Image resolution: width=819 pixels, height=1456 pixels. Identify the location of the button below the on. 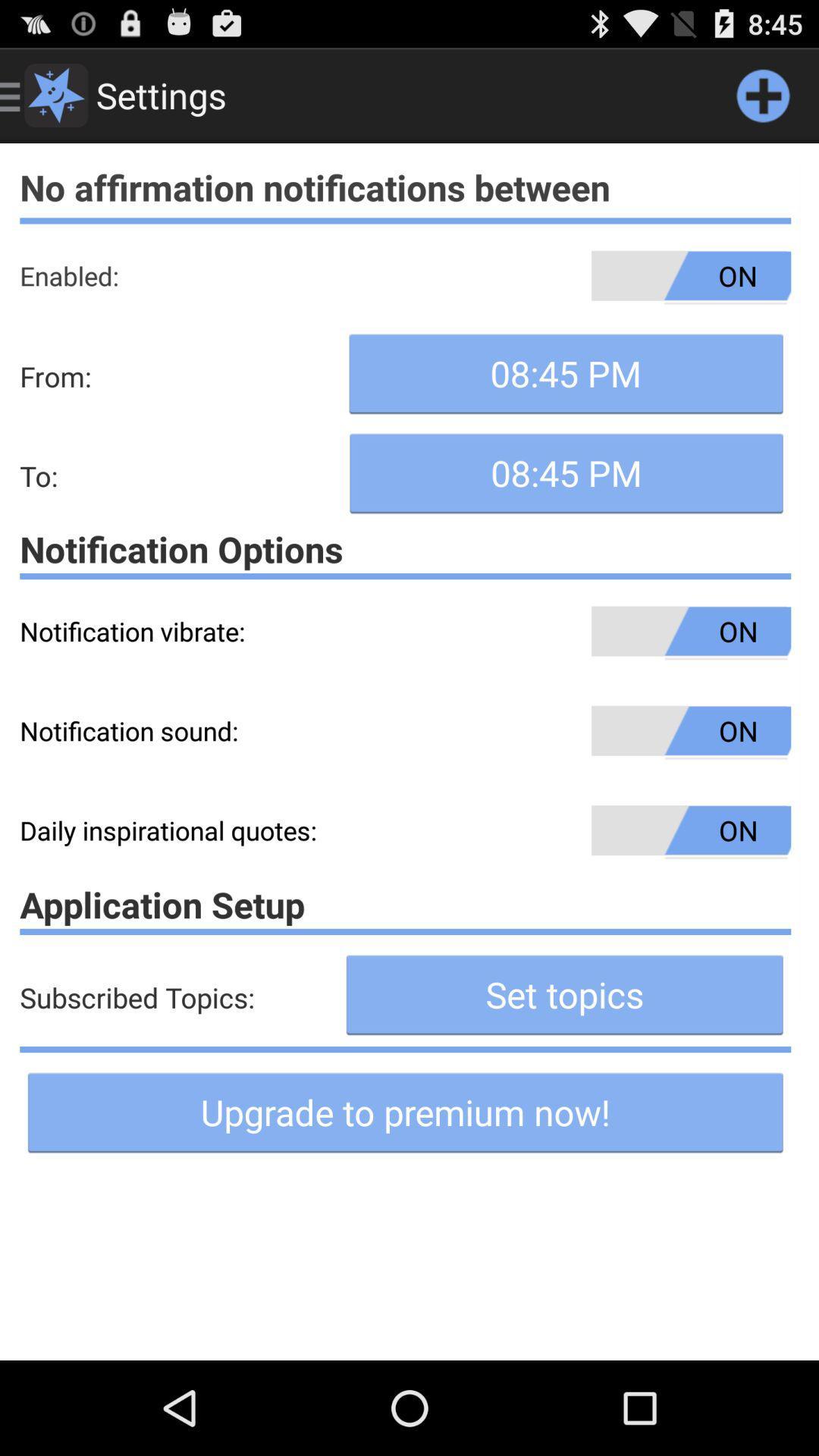
(566, 374).